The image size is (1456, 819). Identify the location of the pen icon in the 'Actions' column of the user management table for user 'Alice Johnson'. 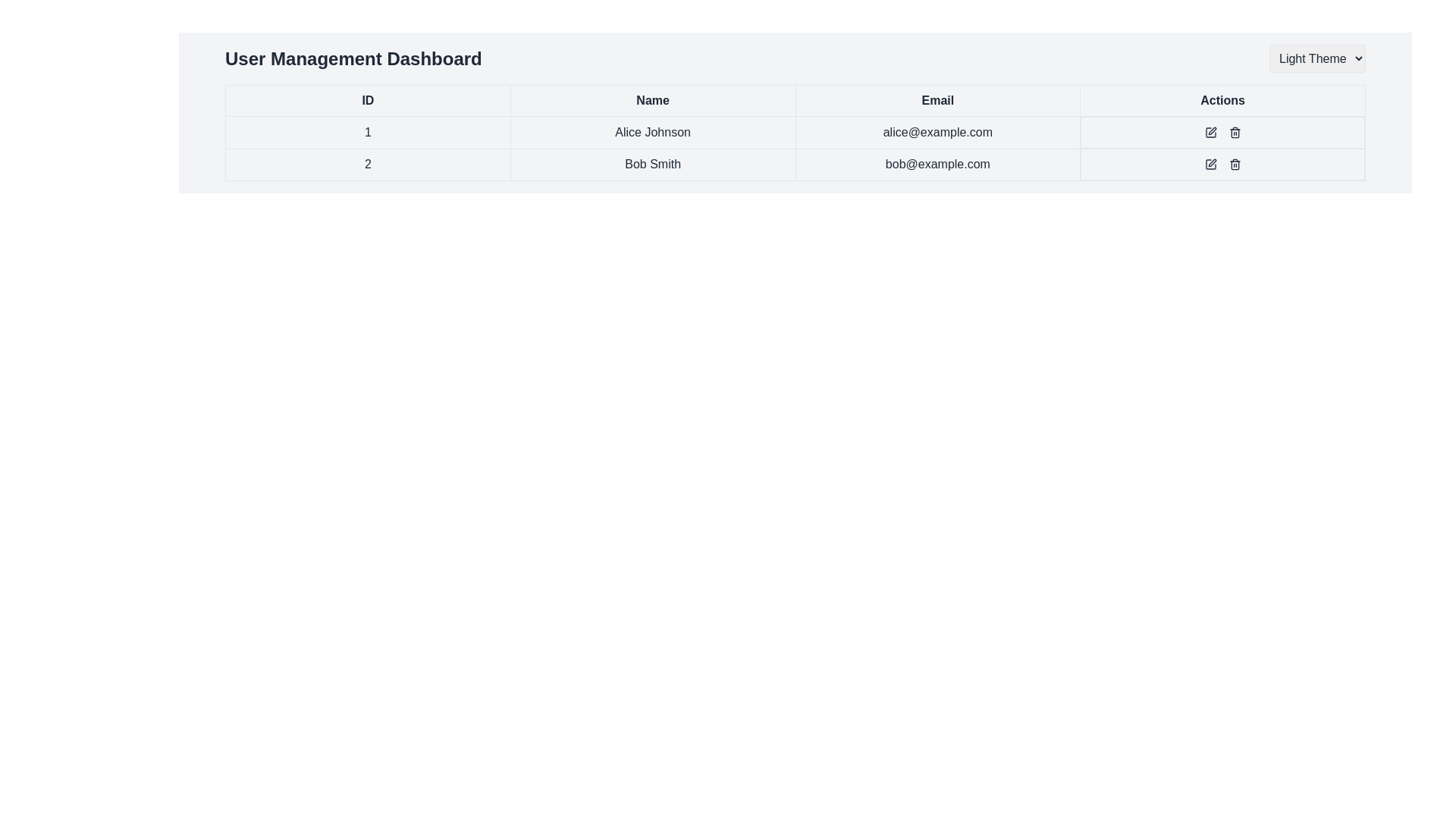
(1211, 130).